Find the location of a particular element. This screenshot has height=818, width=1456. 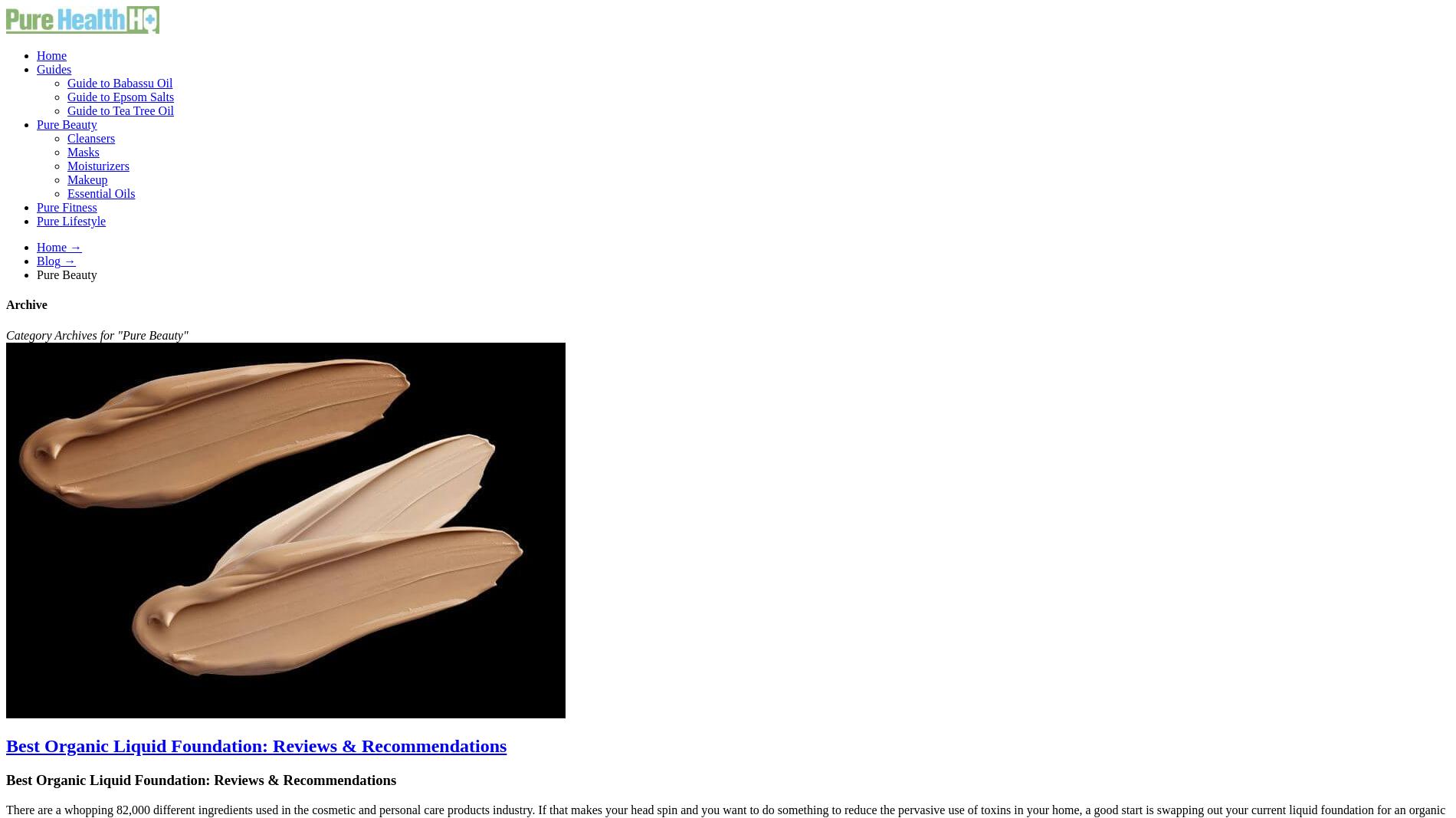

'Guides' is located at coordinates (54, 68).